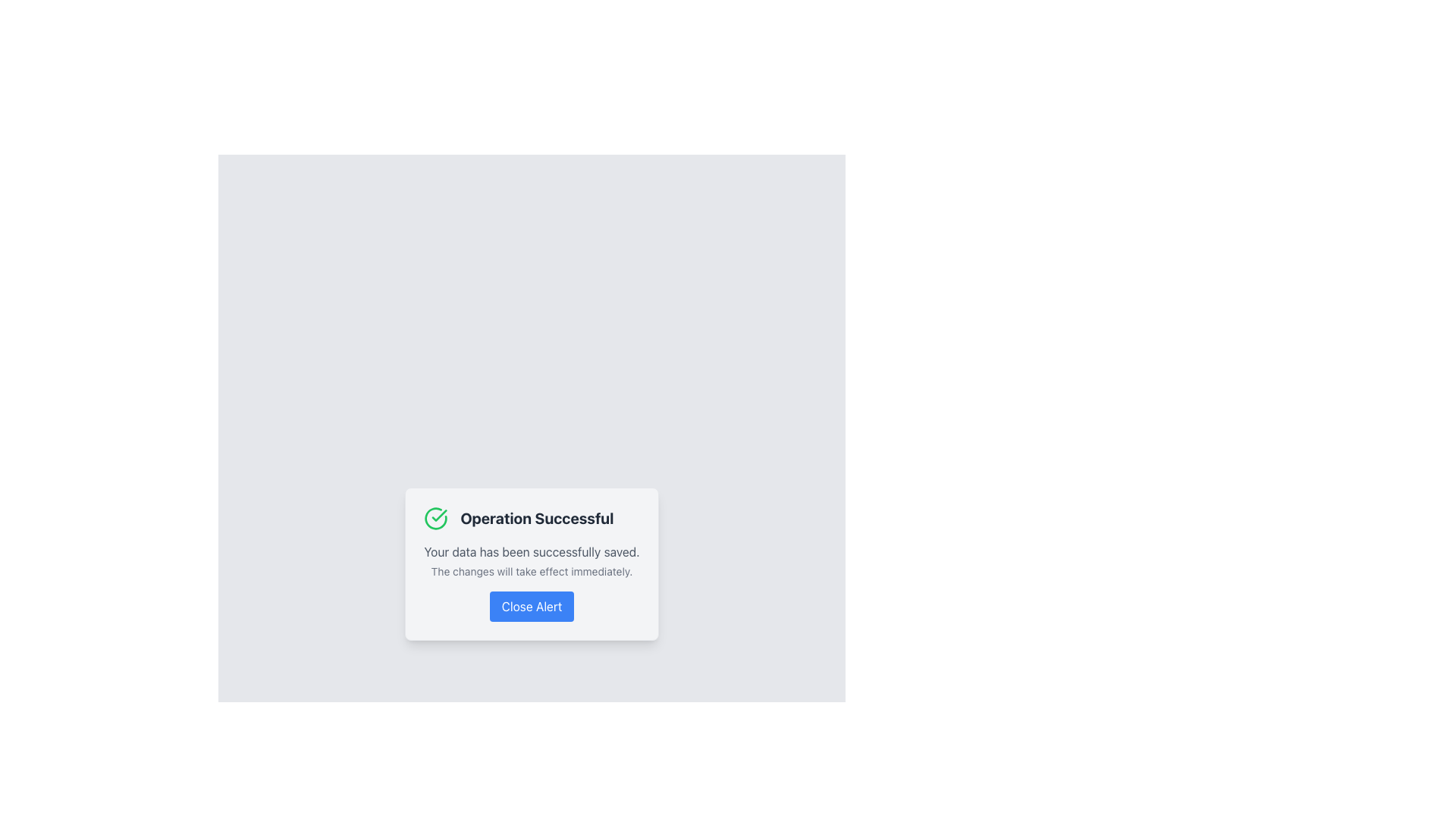 The height and width of the screenshot is (819, 1456). What do you see at coordinates (532, 552) in the screenshot?
I see `the first line of the confirmation message in the modal dialogue box titled 'Operation Successful', which notifies the user that their data has been successfully saved` at bounding box center [532, 552].